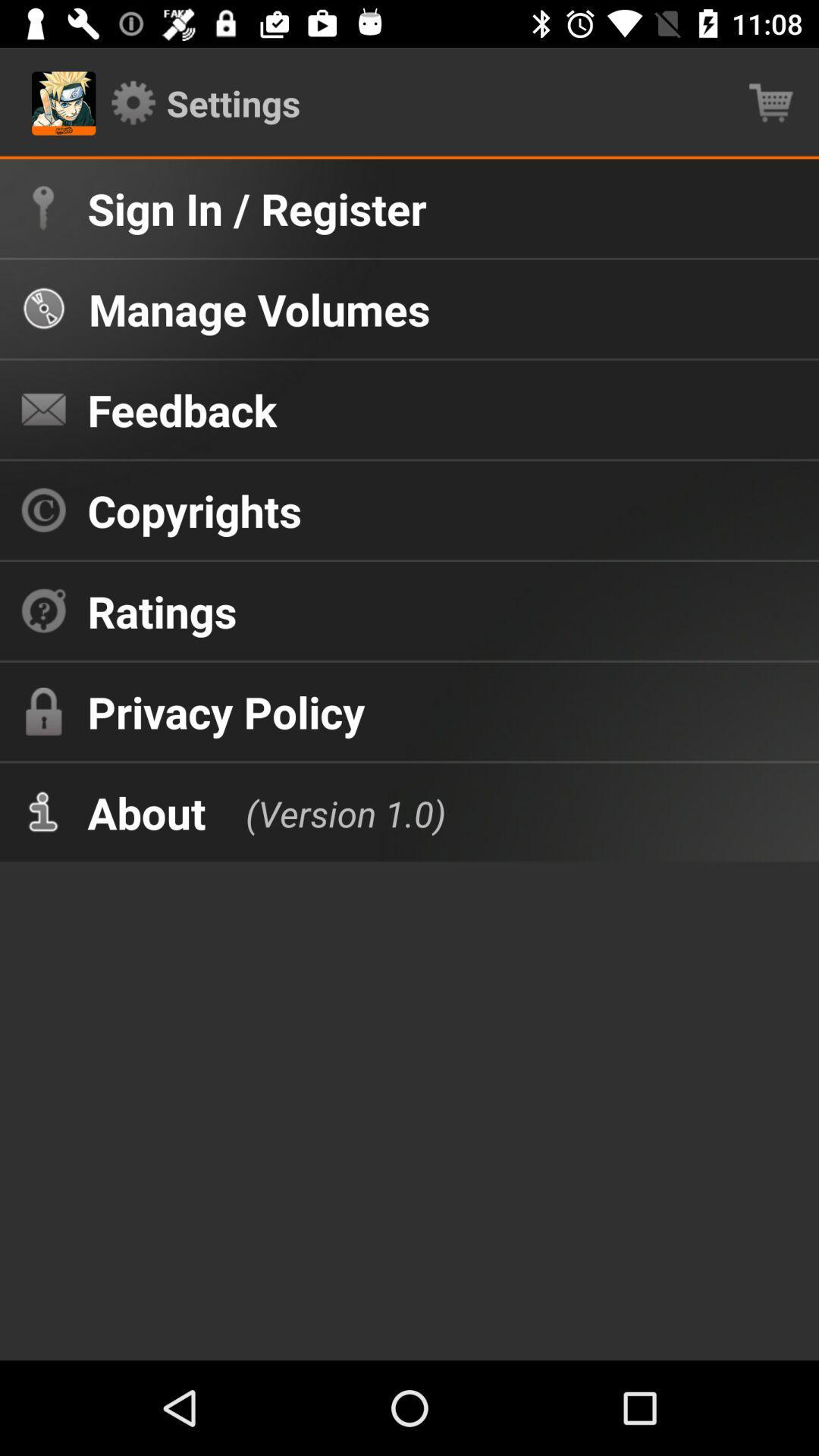  I want to click on item next to the  settings, so click(771, 102).